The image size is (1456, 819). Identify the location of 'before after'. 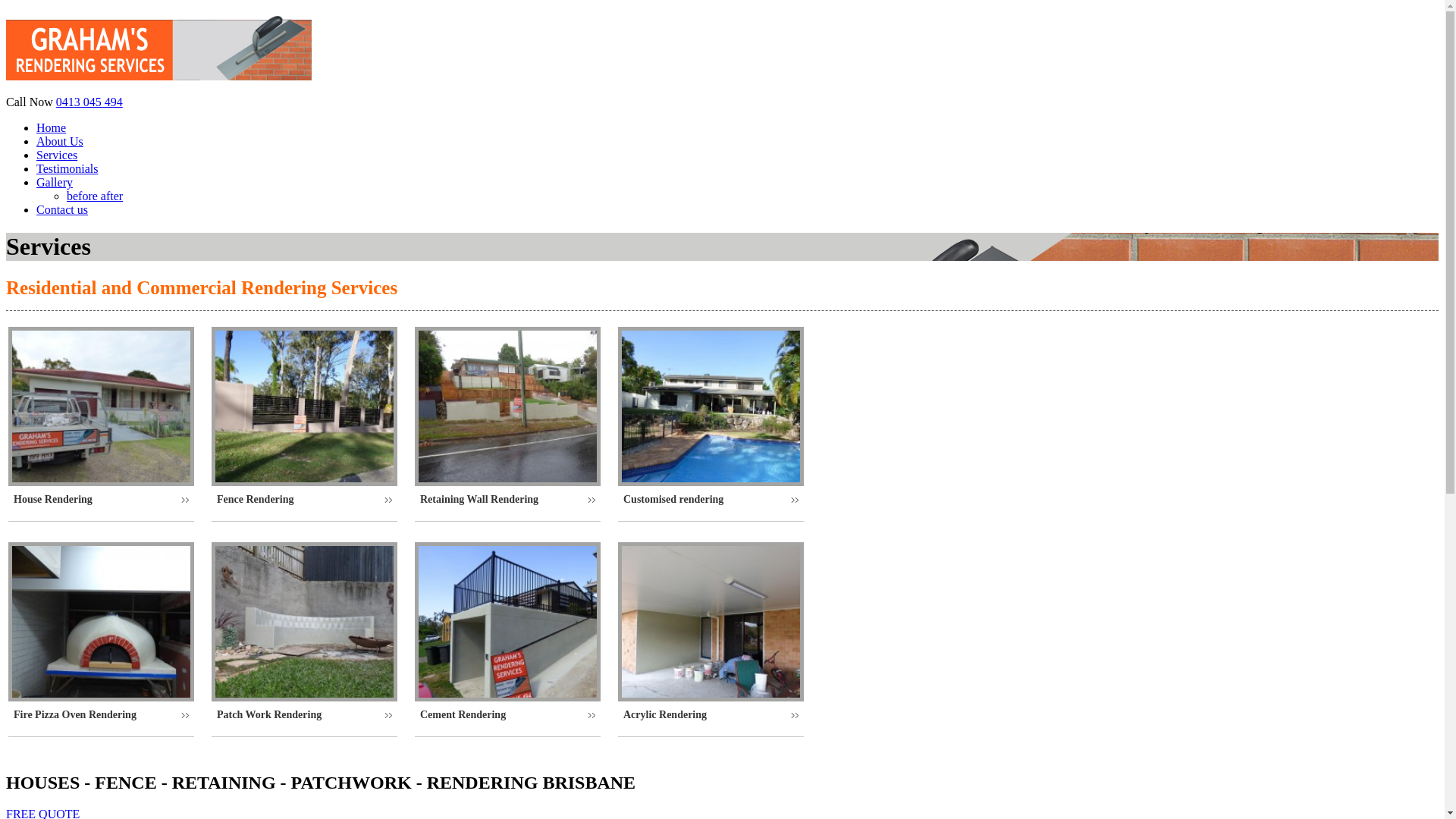
(65, 195).